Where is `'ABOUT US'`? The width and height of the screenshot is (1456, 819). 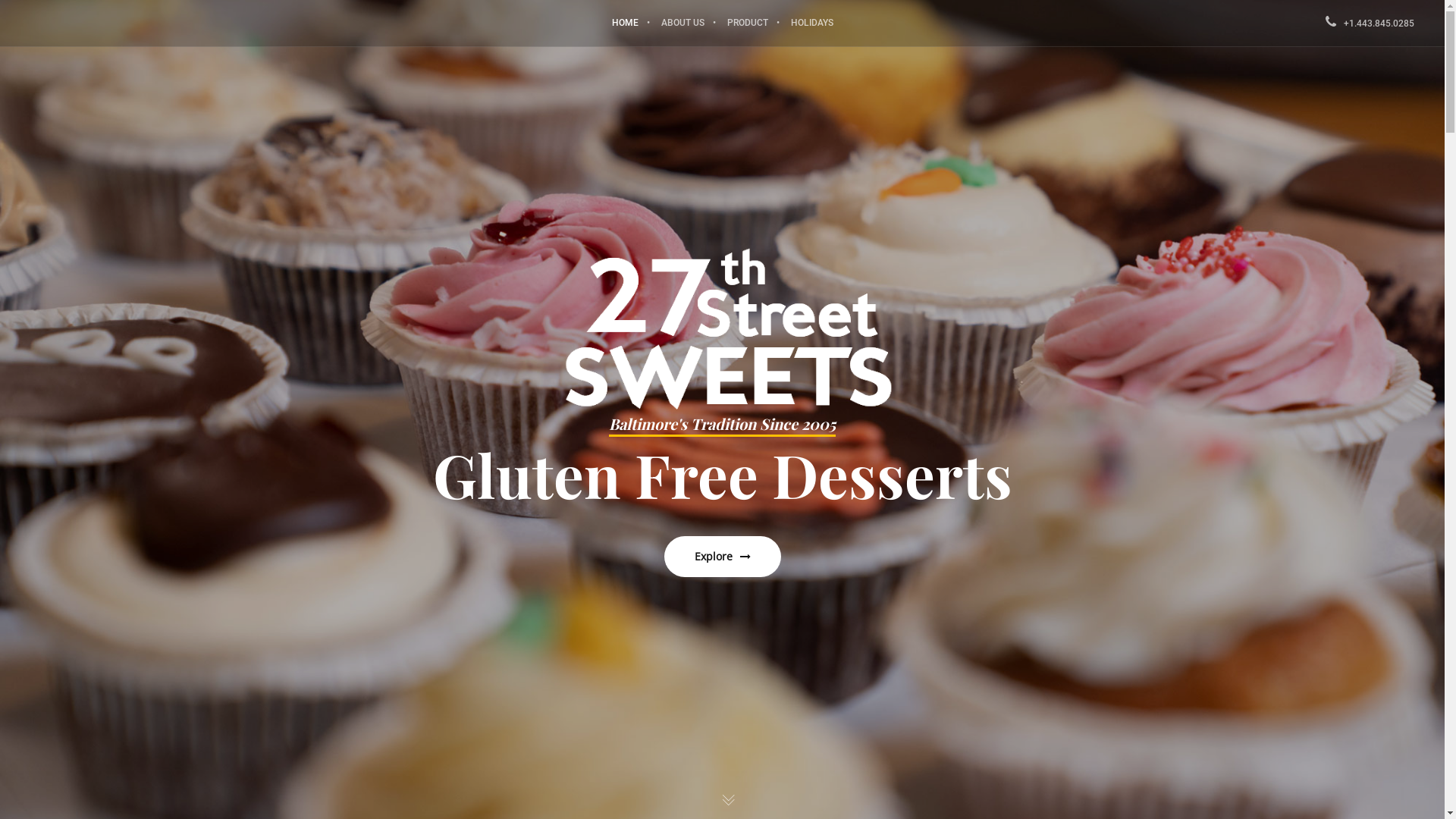
'ABOUT US' is located at coordinates (648, 23).